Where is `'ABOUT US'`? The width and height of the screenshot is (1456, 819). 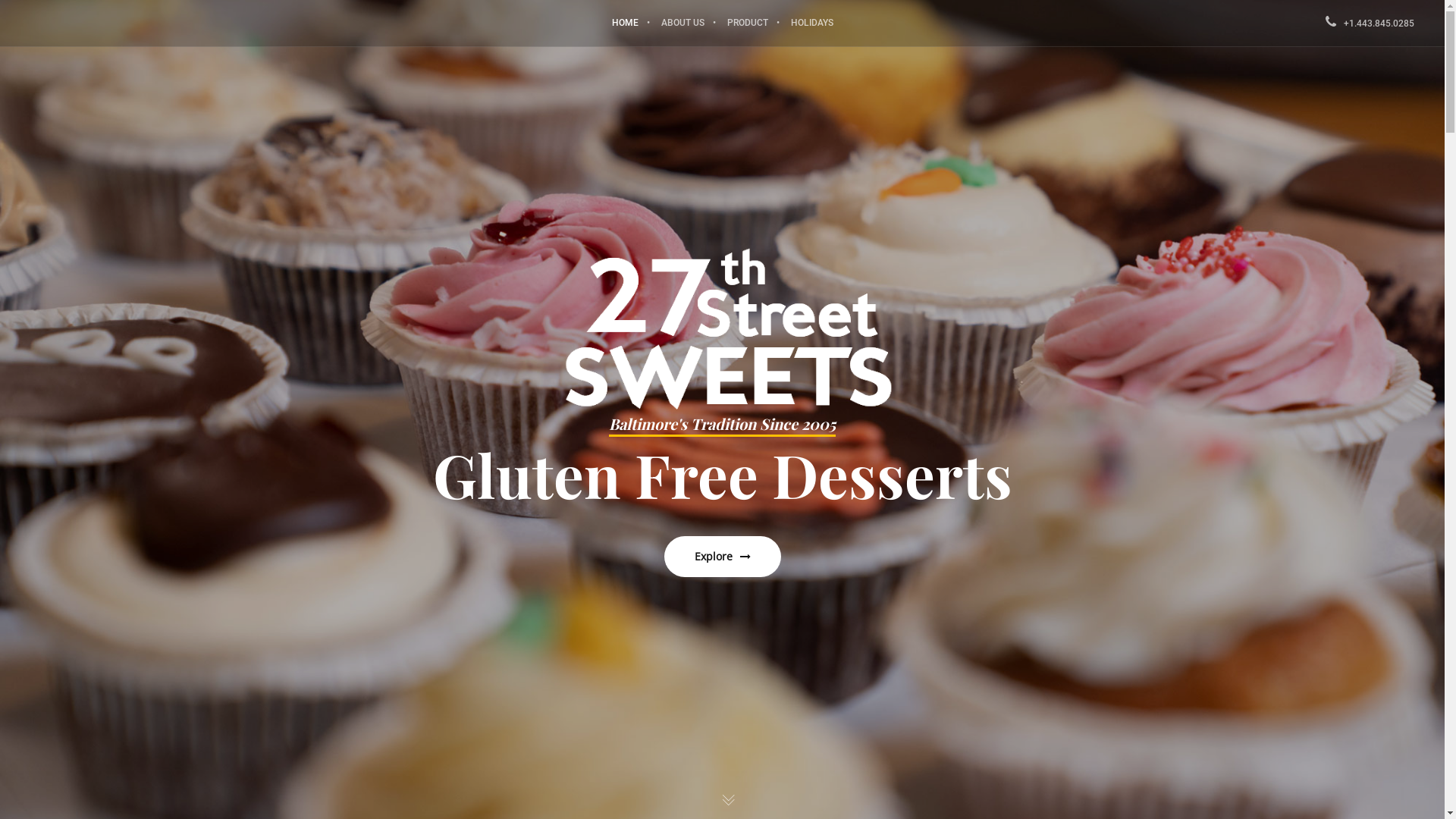
'ABOUT US' is located at coordinates (648, 23).